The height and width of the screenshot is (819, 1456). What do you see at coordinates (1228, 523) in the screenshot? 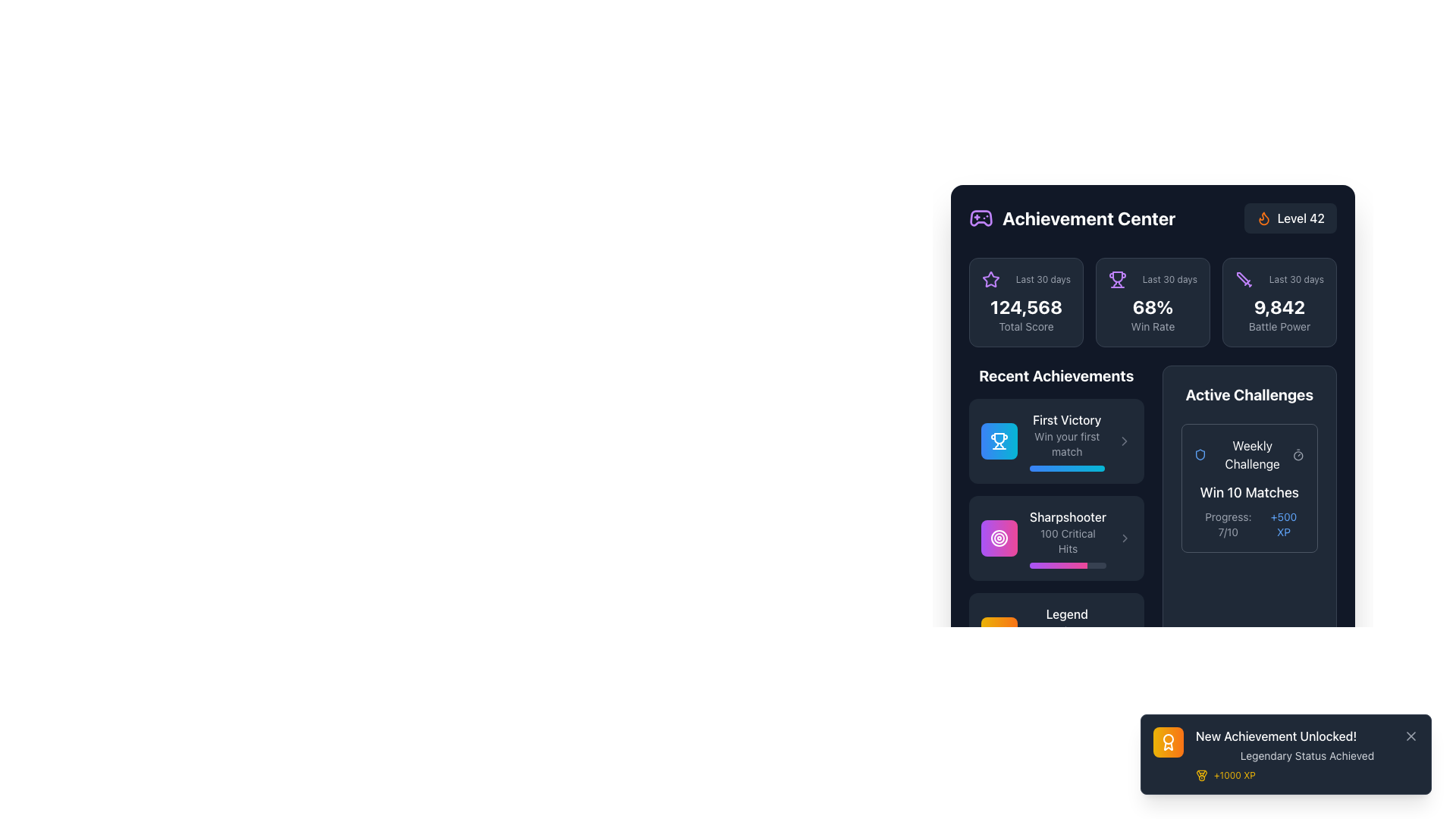
I see `the text label displaying 'Progress: 7/10' in the 'Active Challenges' section, located under 'Weekly Challenge'` at bounding box center [1228, 523].